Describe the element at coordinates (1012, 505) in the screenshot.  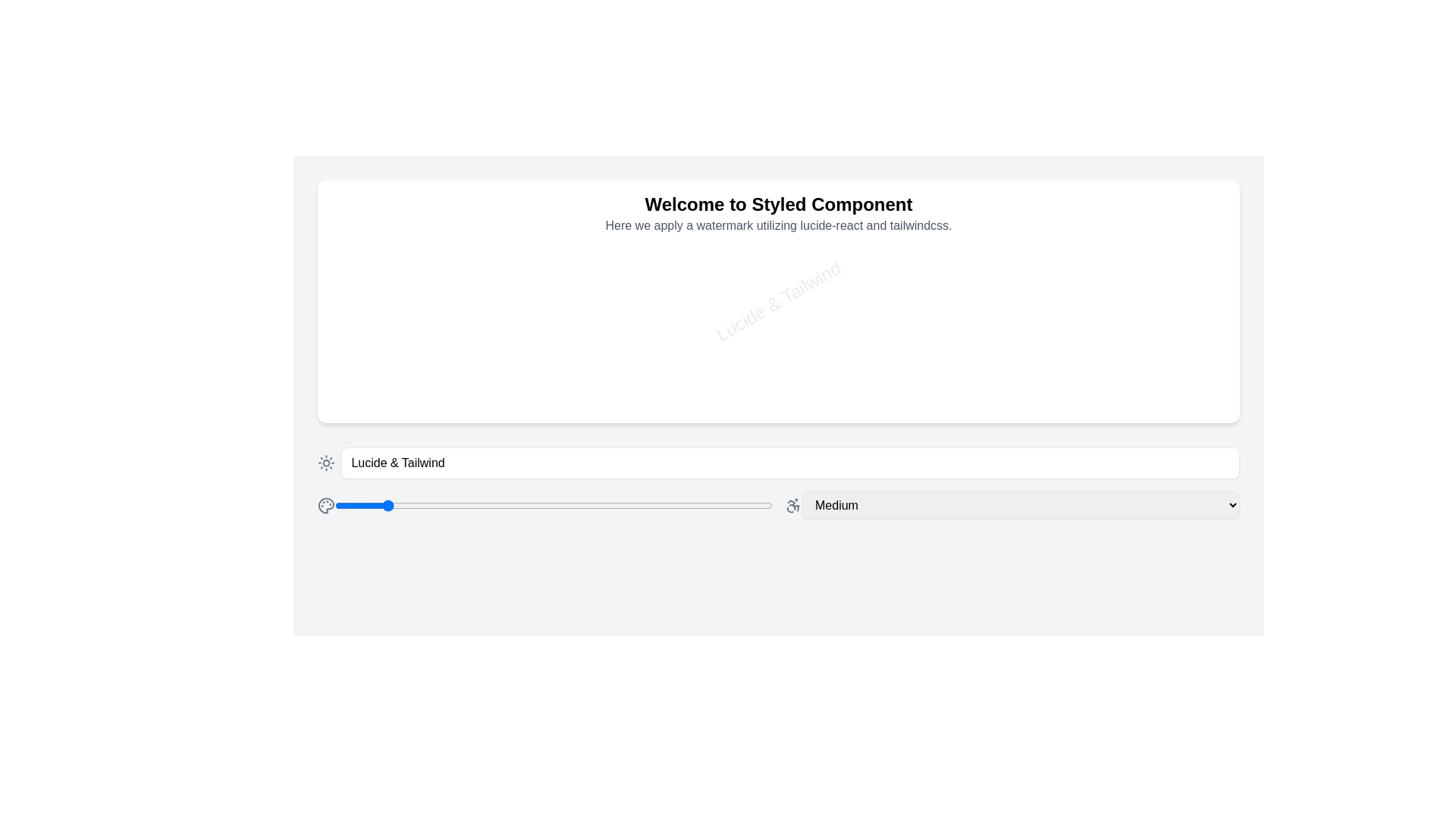
I see `the Dropdown menu located in the lower right column of the interface and select an option from the list` at that location.